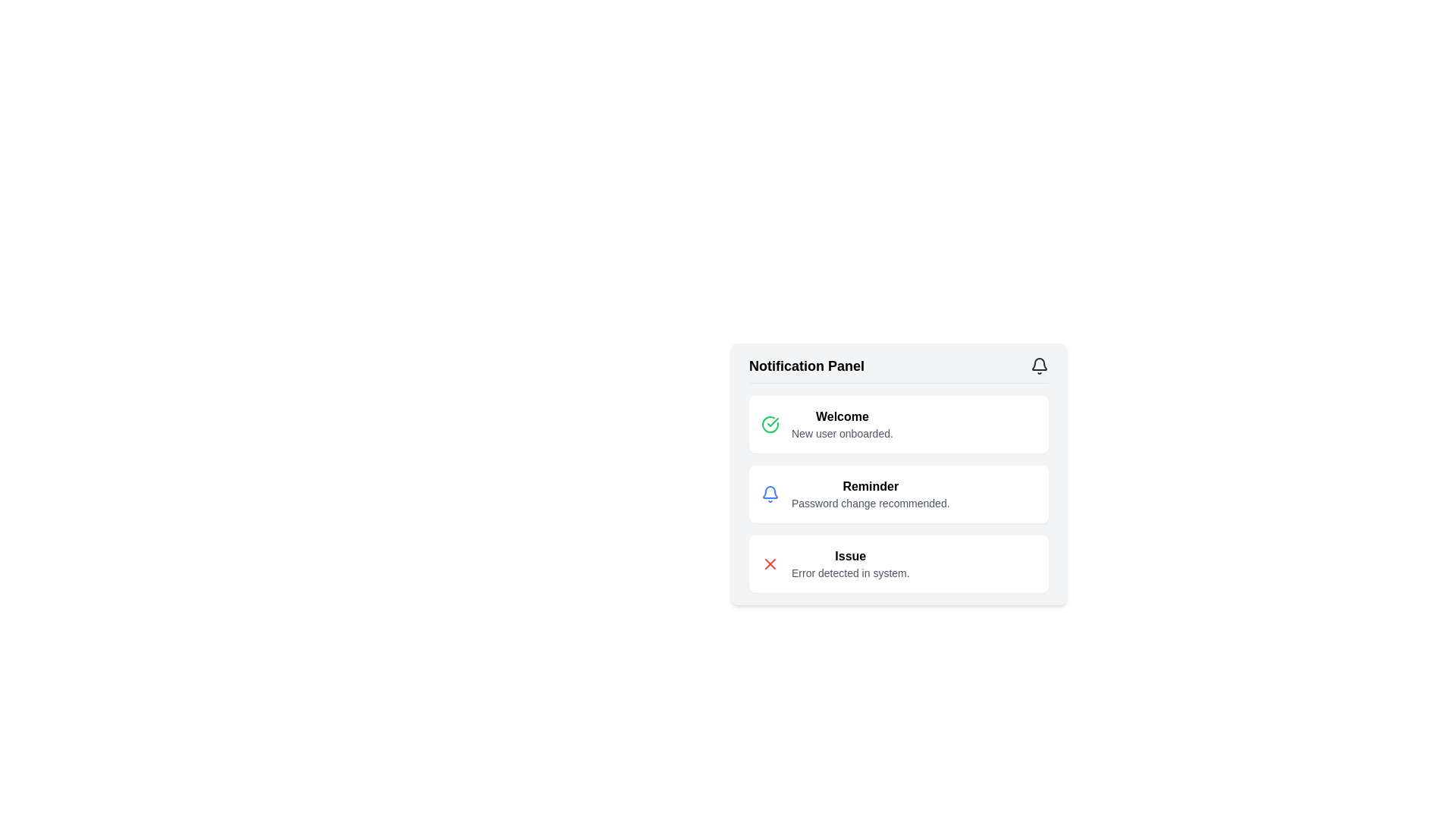 The height and width of the screenshot is (819, 1456). What do you see at coordinates (871, 486) in the screenshot?
I see `text label displaying 'Reminder' which is centrally located in the notification panel and is the second header above 'Password change recommended'` at bounding box center [871, 486].